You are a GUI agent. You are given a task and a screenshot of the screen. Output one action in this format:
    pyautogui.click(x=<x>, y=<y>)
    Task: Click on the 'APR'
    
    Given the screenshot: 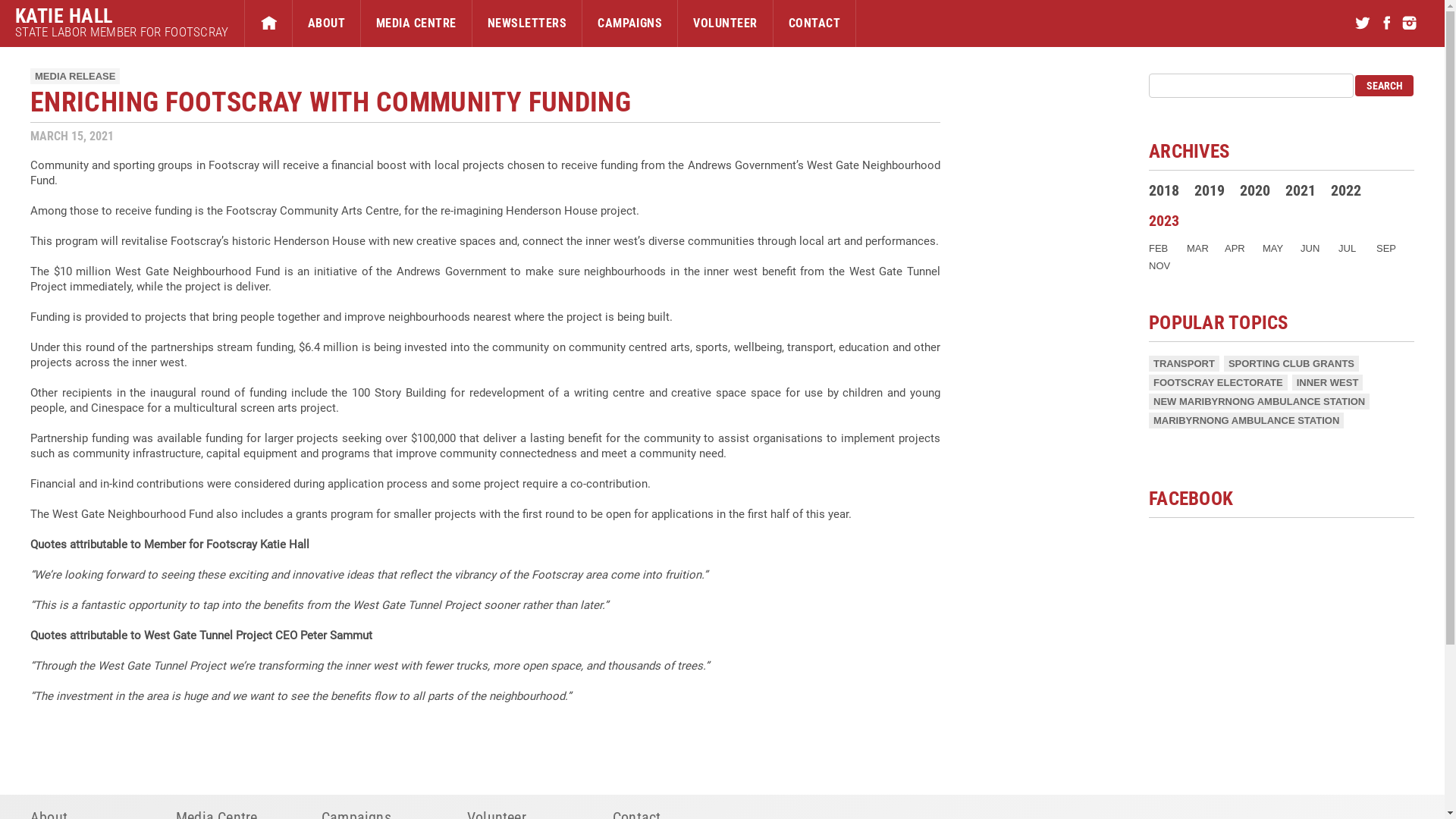 What is the action you would take?
    pyautogui.click(x=1235, y=247)
    